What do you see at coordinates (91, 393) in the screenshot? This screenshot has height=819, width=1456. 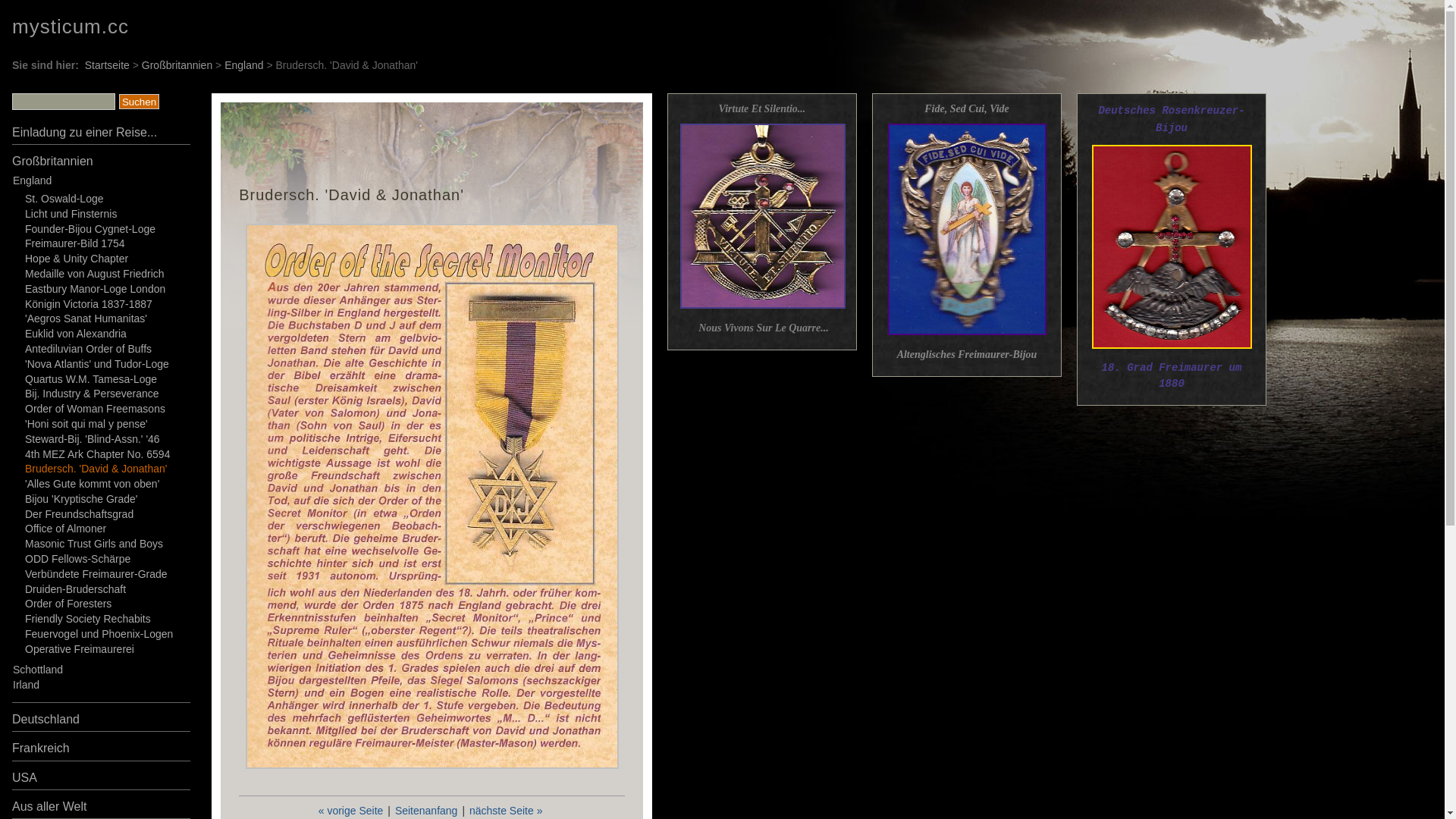 I see `'Bij. Industry & Perseverance'` at bounding box center [91, 393].